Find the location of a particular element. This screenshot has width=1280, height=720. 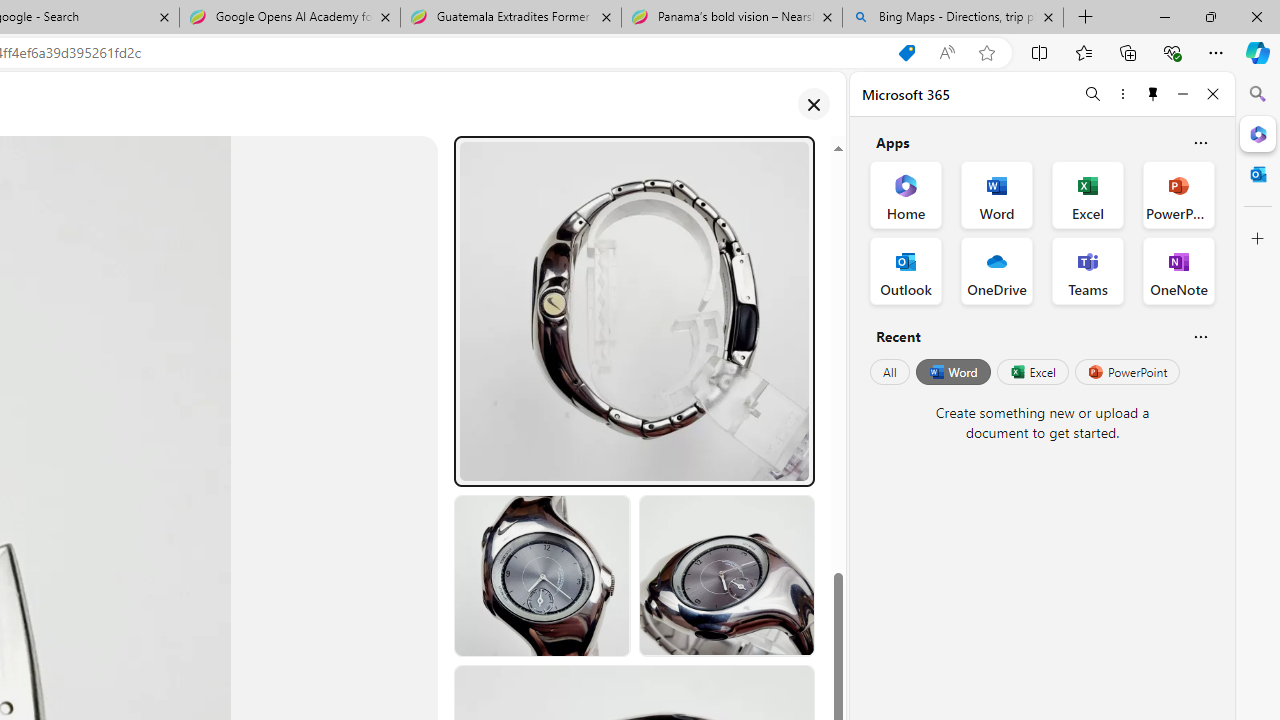

'Home Office App' is located at coordinates (905, 195).